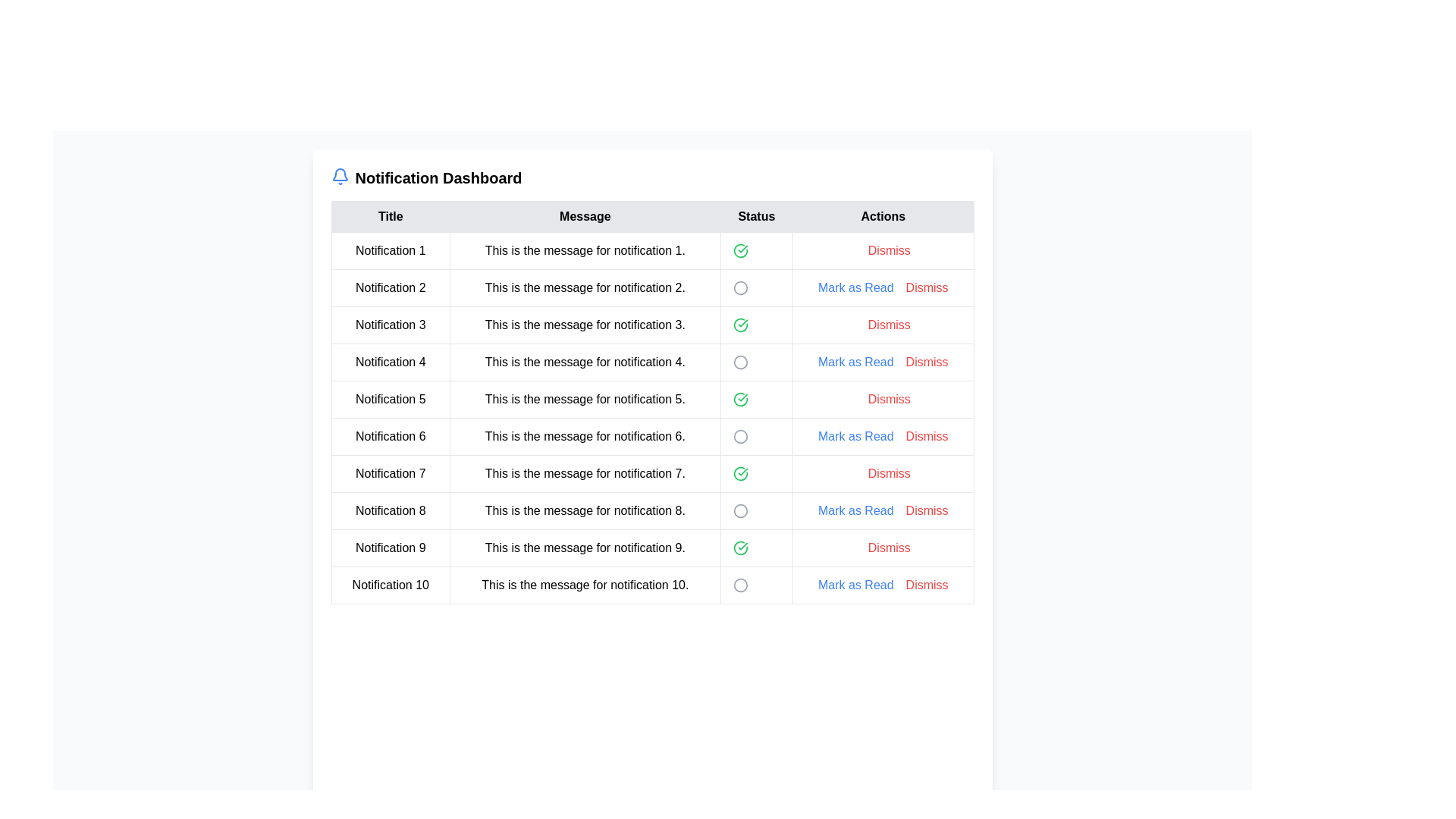 This screenshot has width=1456, height=819. What do you see at coordinates (889, 324) in the screenshot?
I see `the Button-like text link` at bounding box center [889, 324].